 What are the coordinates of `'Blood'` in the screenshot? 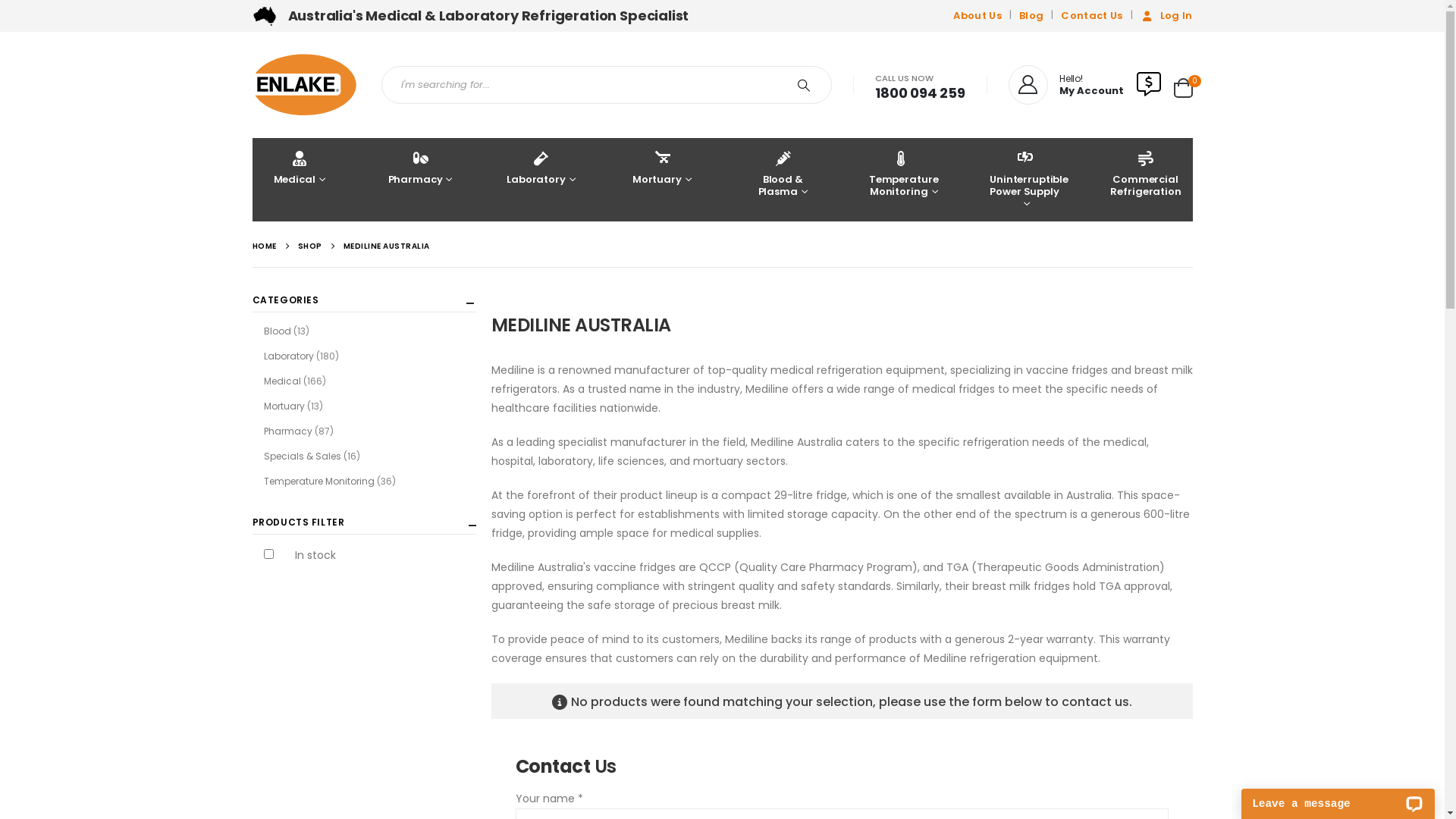 It's located at (277, 330).